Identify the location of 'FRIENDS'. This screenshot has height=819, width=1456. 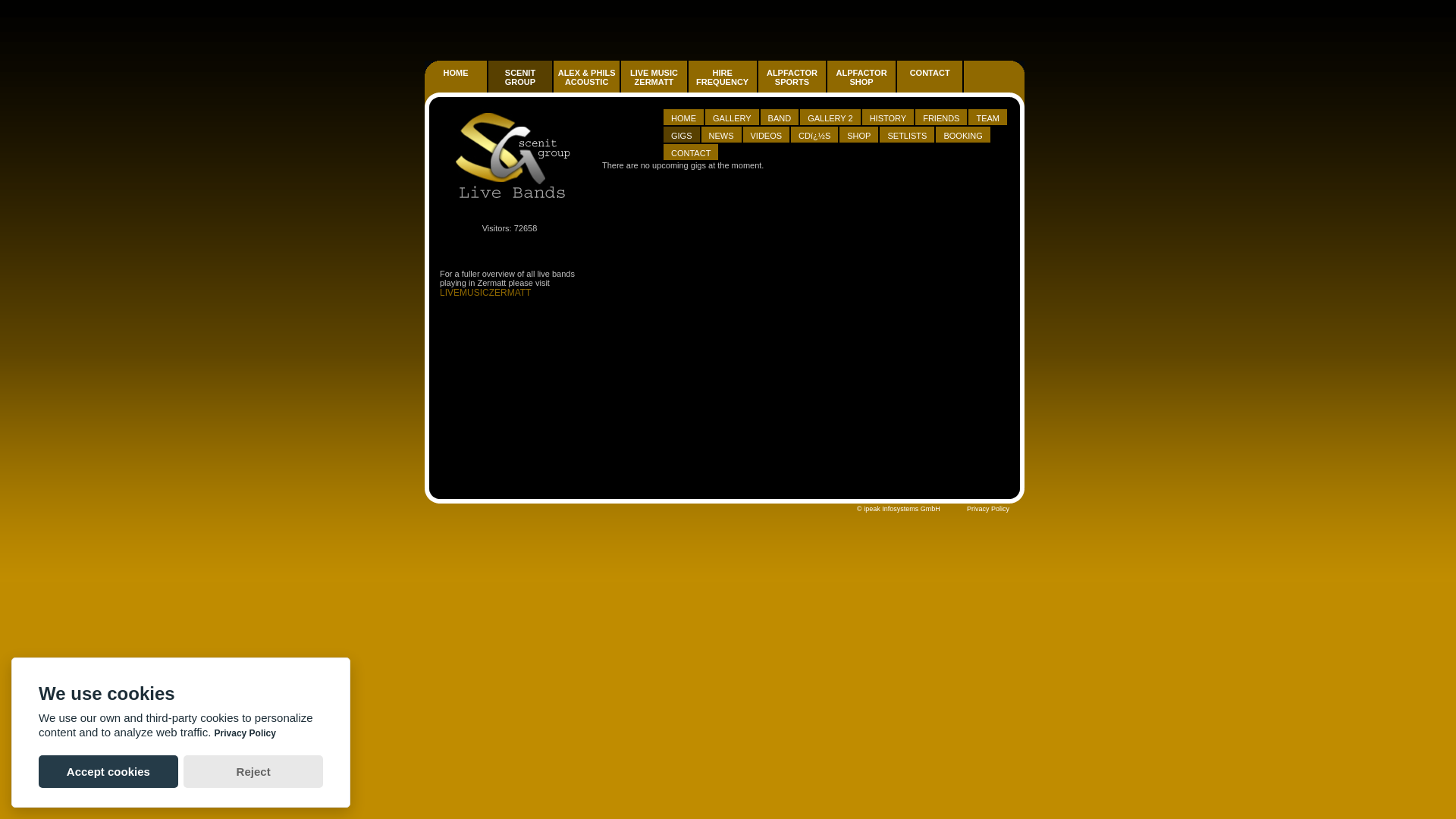
(940, 116).